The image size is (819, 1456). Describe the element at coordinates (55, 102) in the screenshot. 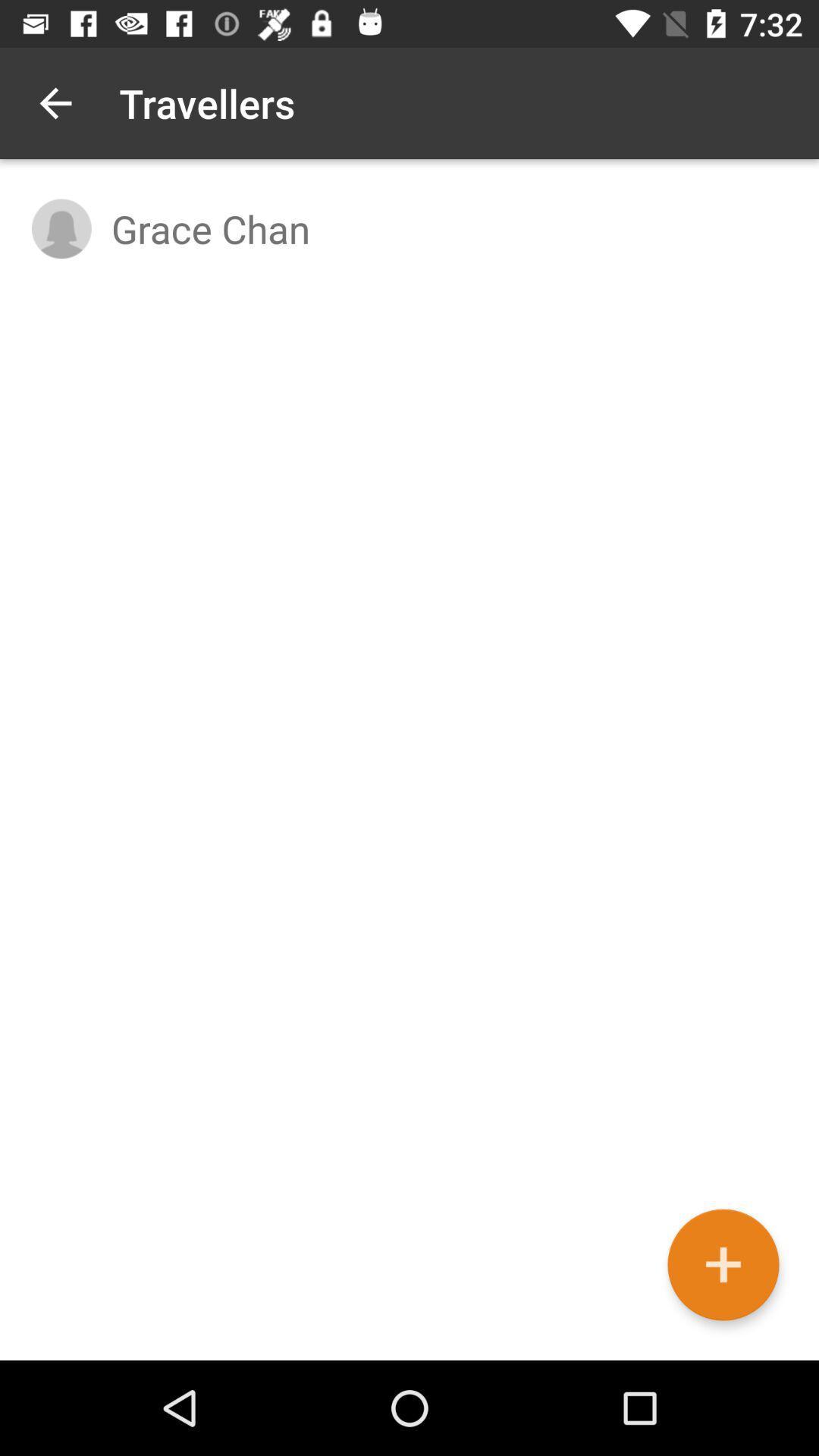

I see `the icon next to the travellers item` at that location.